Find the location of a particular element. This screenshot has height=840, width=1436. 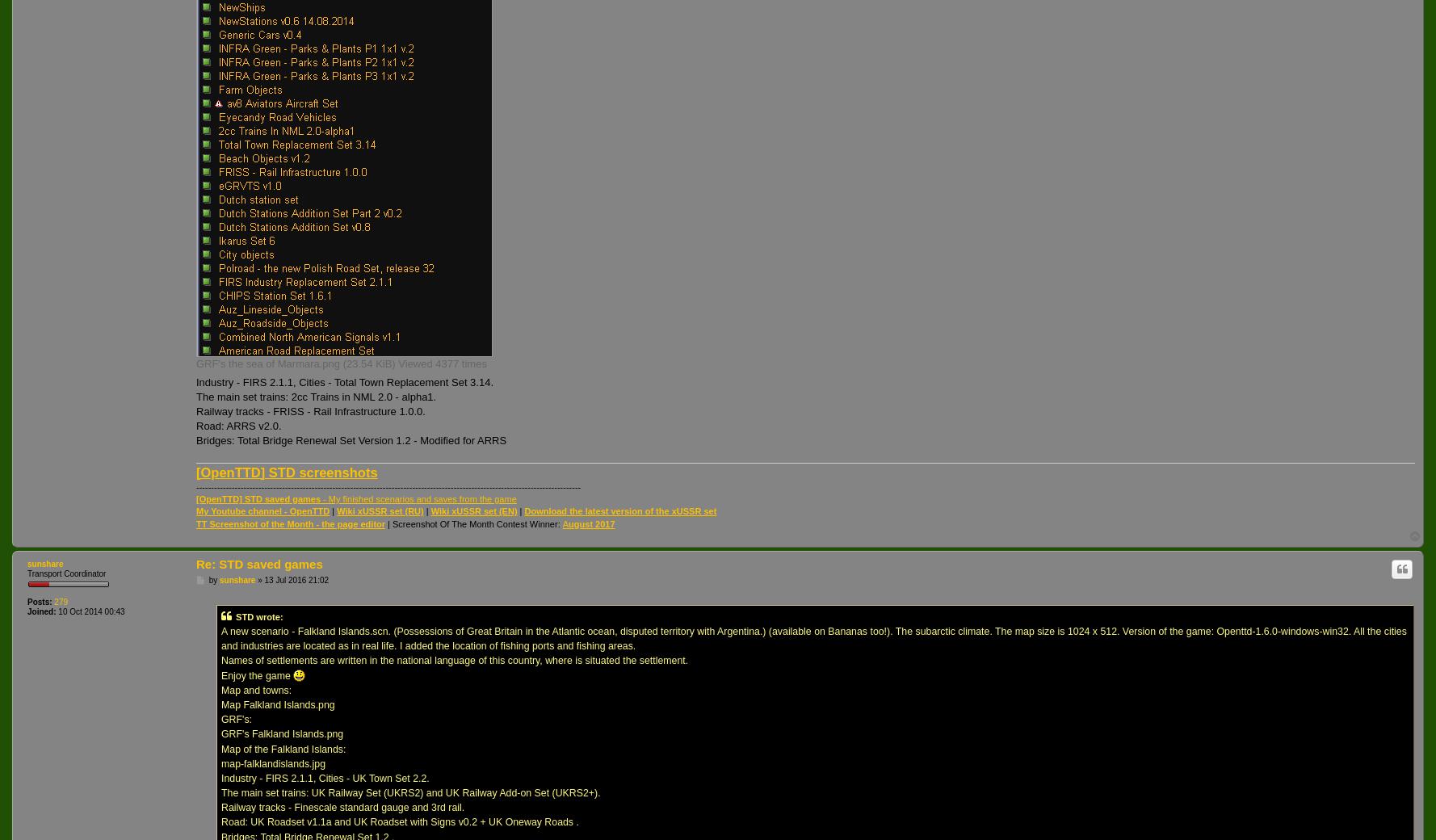

'A' is located at coordinates (564, 523).